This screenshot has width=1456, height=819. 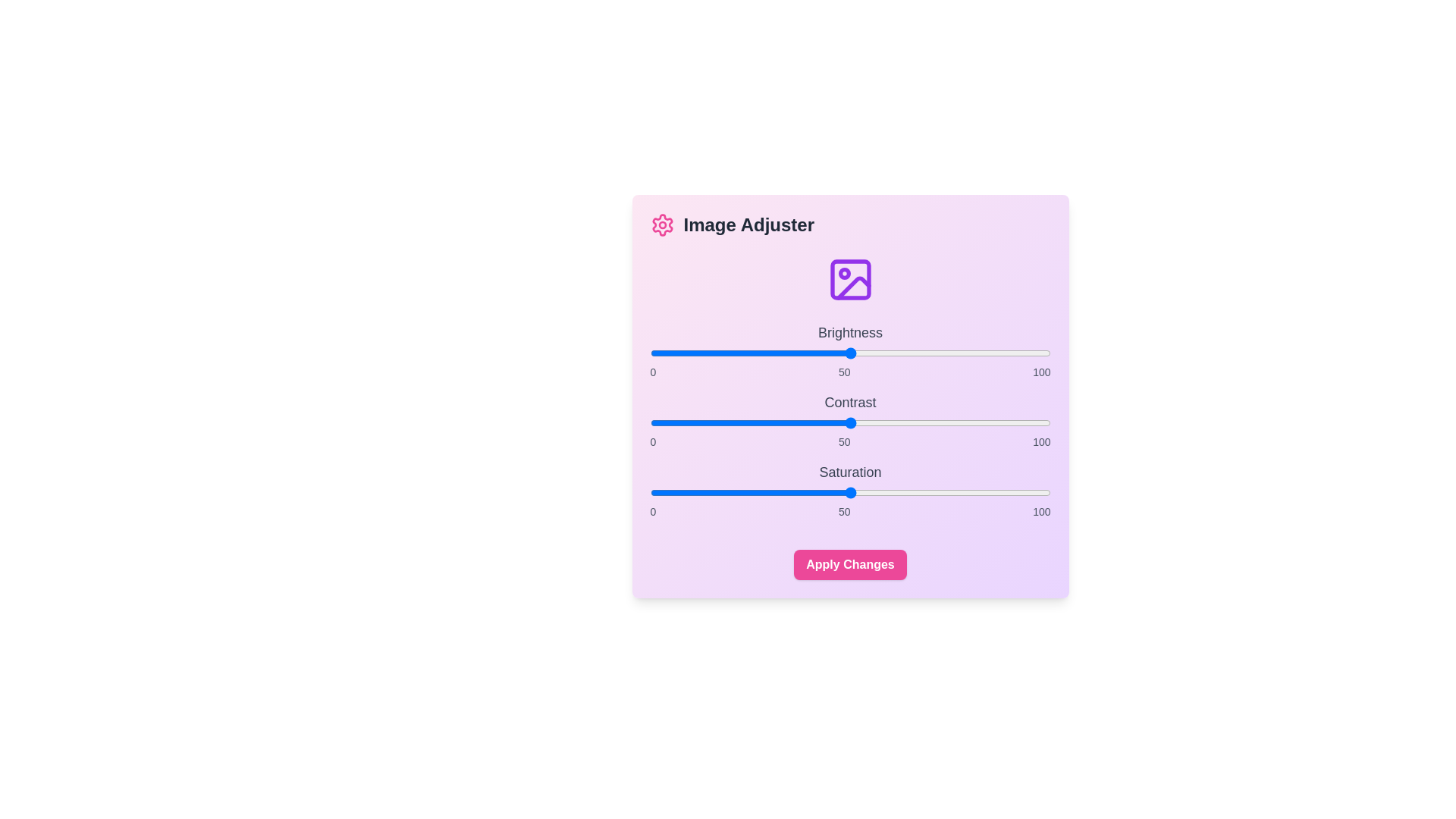 I want to click on the saturation slider to set the value to 32, so click(x=778, y=493).